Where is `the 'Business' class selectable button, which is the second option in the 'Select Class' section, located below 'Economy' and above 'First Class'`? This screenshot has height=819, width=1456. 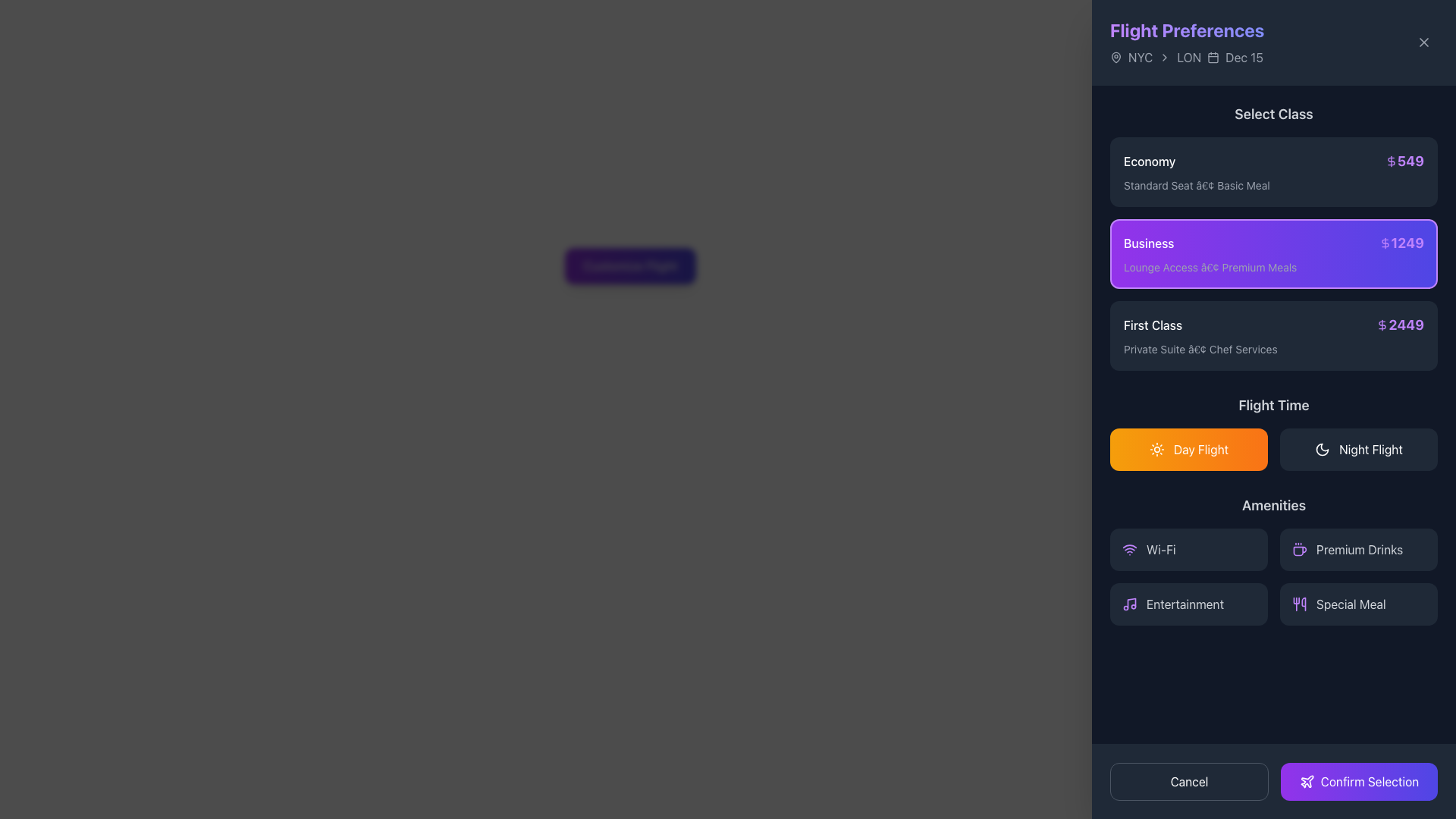 the 'Business' class selectable button, which is the second option in the 'Select Class' section, located below 'Economy' and above 'First Class' is located at coordinates (1274, 237).